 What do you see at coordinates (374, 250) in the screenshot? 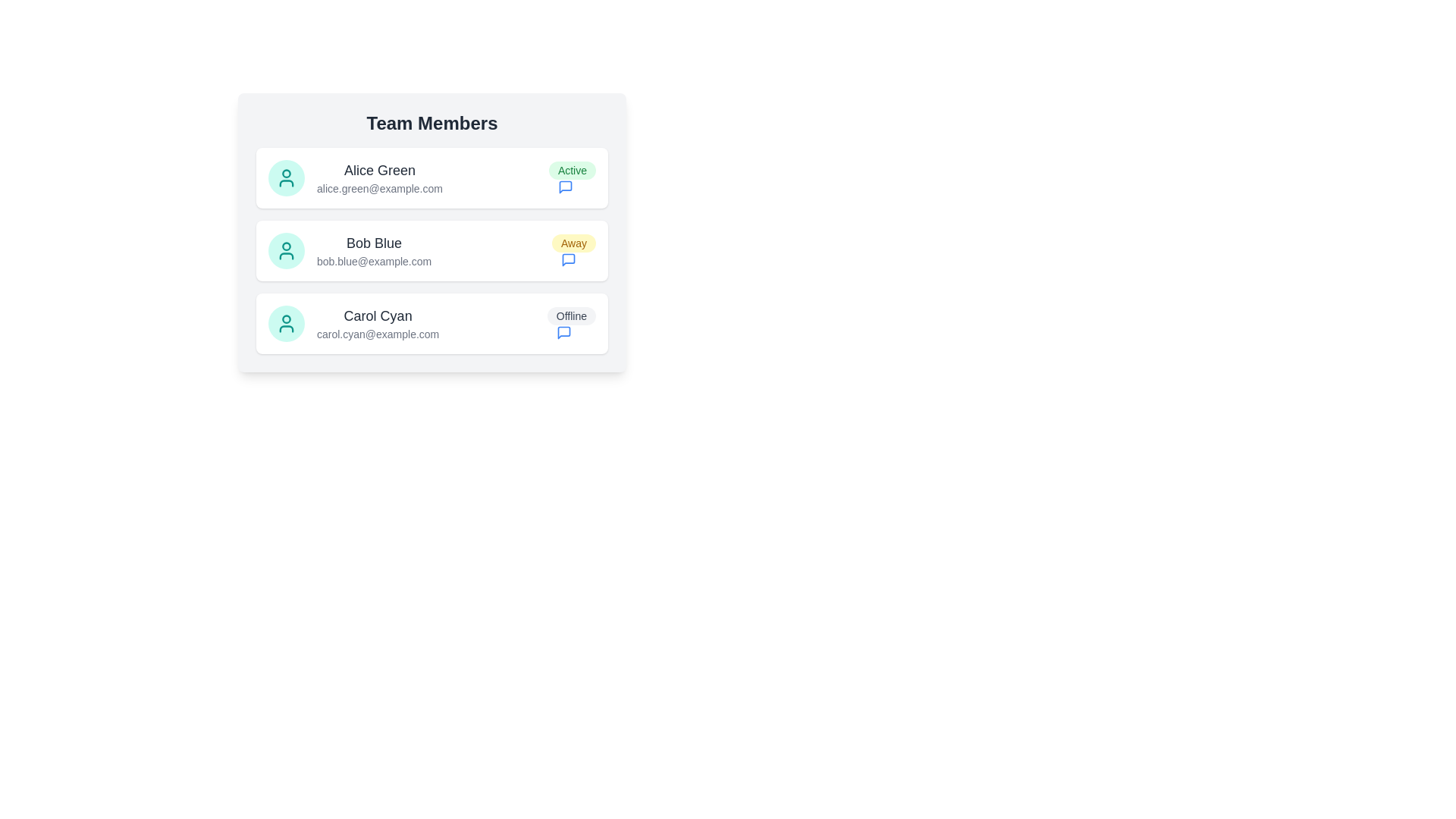
I see `the text display showing contact details of a team member, positioned between 'Alice Green' and 'Carol Cyan' under the 'Team Members' heading` at bounding box center [374, 250].